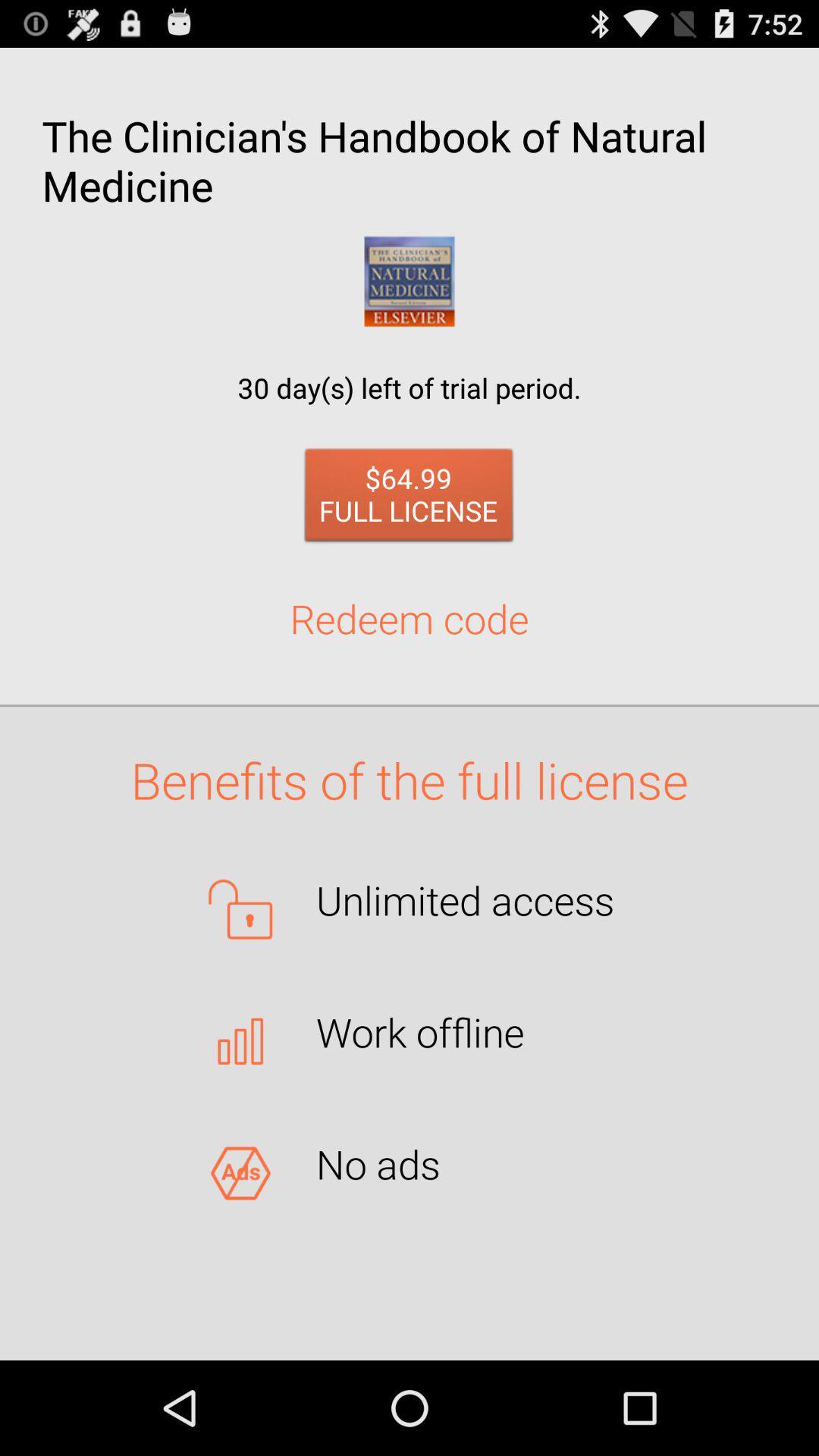 This screenshot has height=1456, width=819. Describe the element at coordinates (408, 499) in the screenshot. I see `64 99 full button` at that location.